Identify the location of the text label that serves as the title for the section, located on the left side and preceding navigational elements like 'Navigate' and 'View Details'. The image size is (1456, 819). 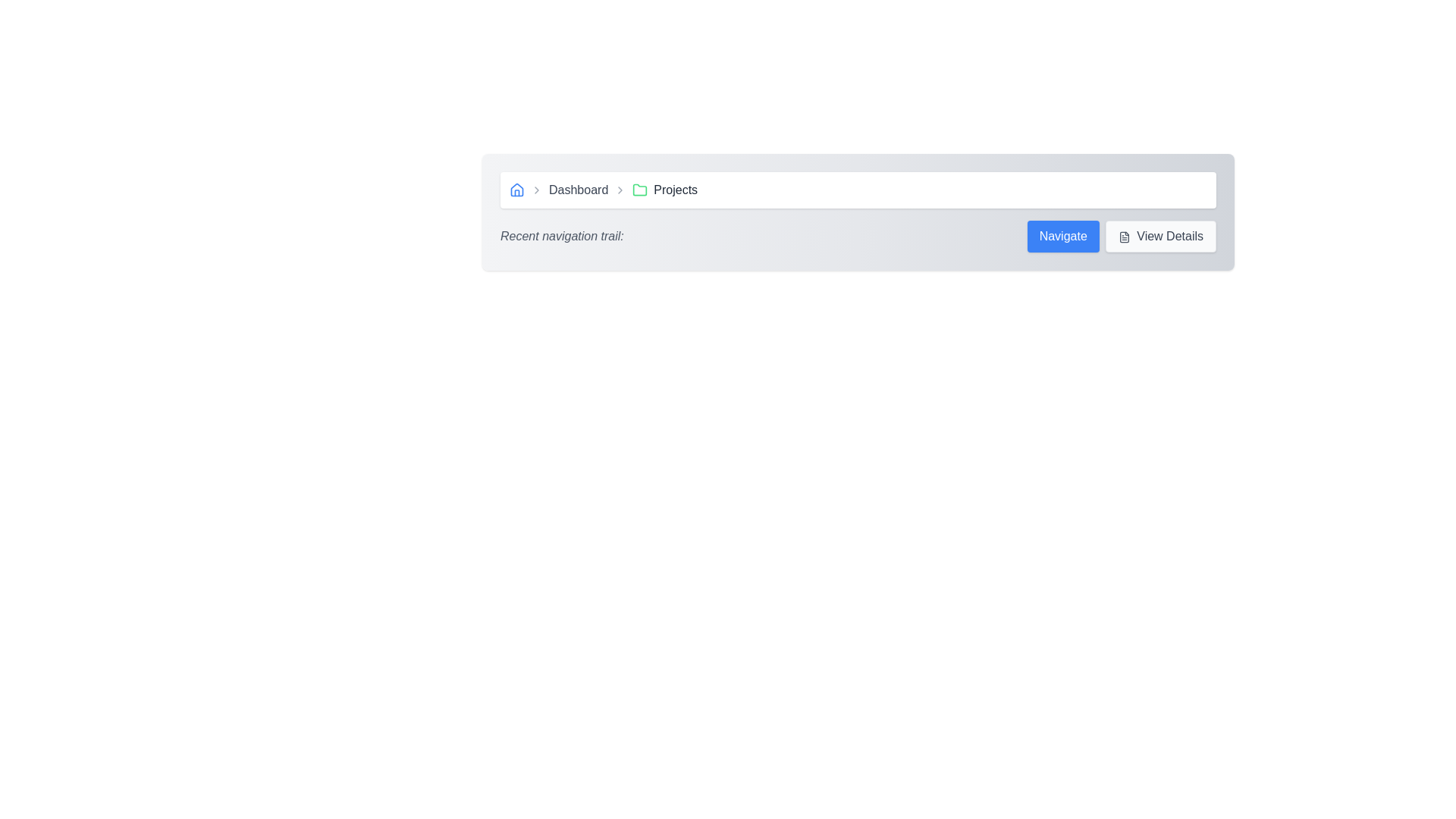
(561, 237).